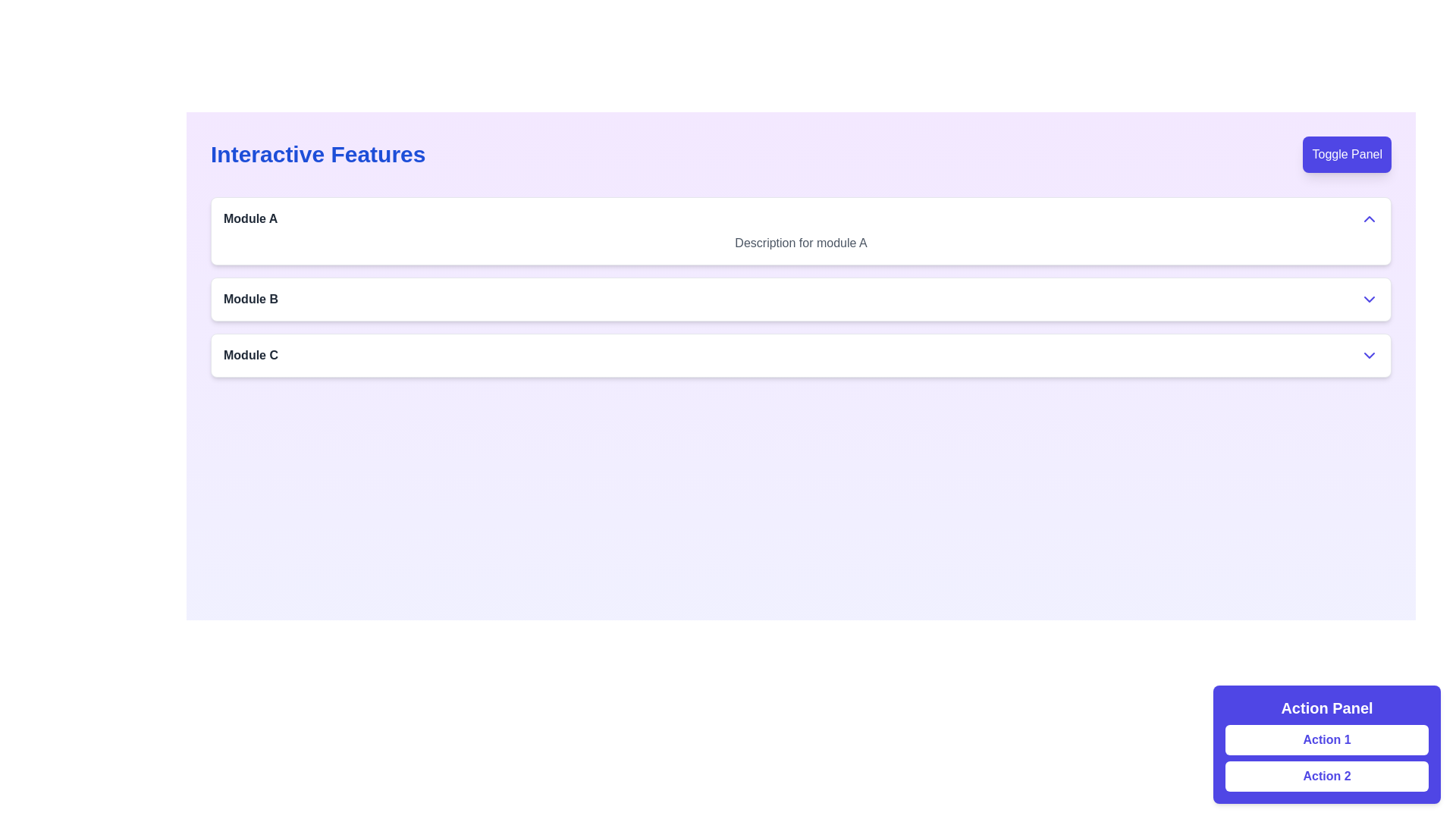 This screenshot has width=1456, height=819. I want to click on the chevron icon button located on the right-hand side of the 'Module C' row, so click(1369, 356).